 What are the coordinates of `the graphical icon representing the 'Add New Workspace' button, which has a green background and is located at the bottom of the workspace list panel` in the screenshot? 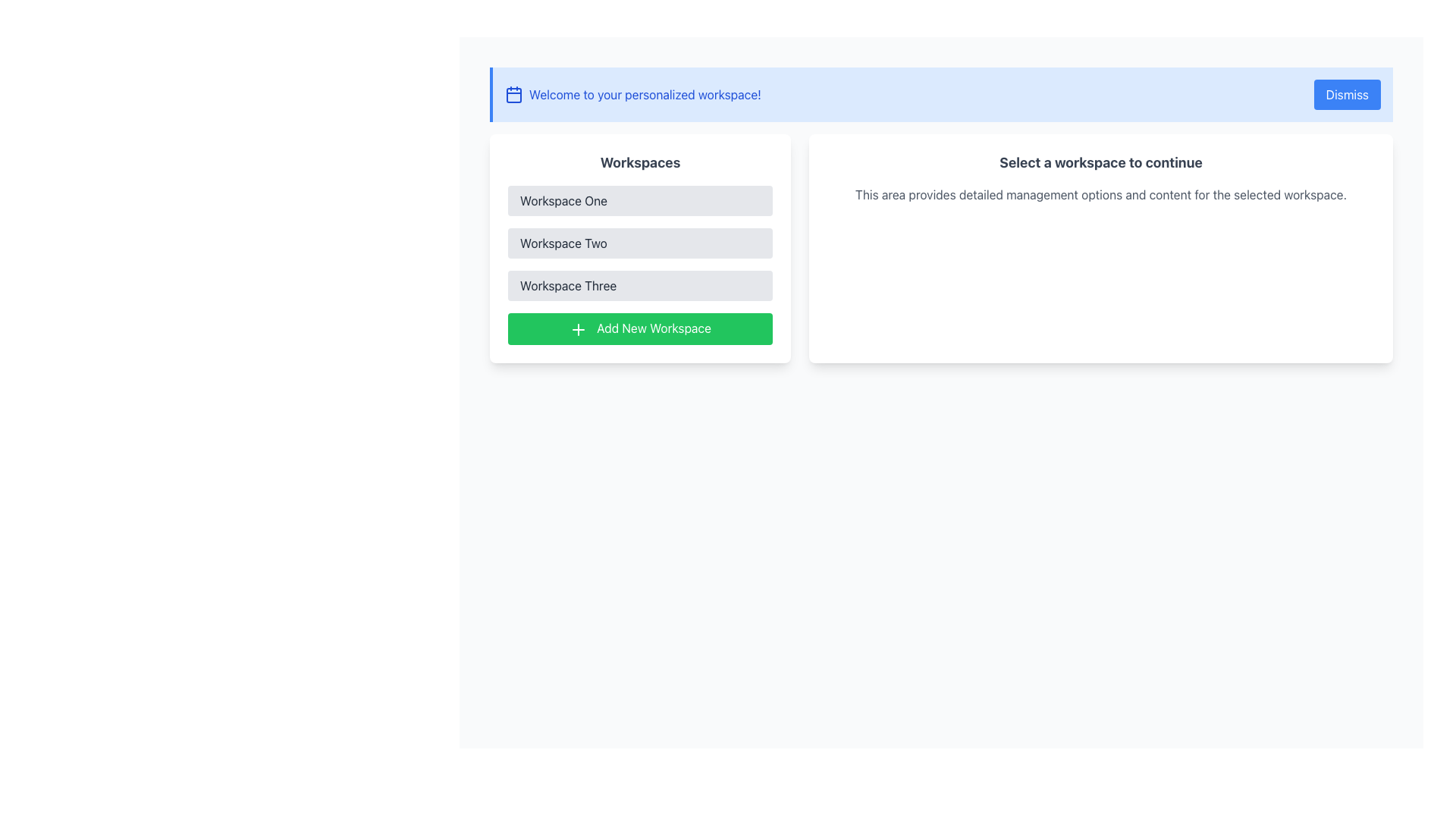 It's located at (578, 328).